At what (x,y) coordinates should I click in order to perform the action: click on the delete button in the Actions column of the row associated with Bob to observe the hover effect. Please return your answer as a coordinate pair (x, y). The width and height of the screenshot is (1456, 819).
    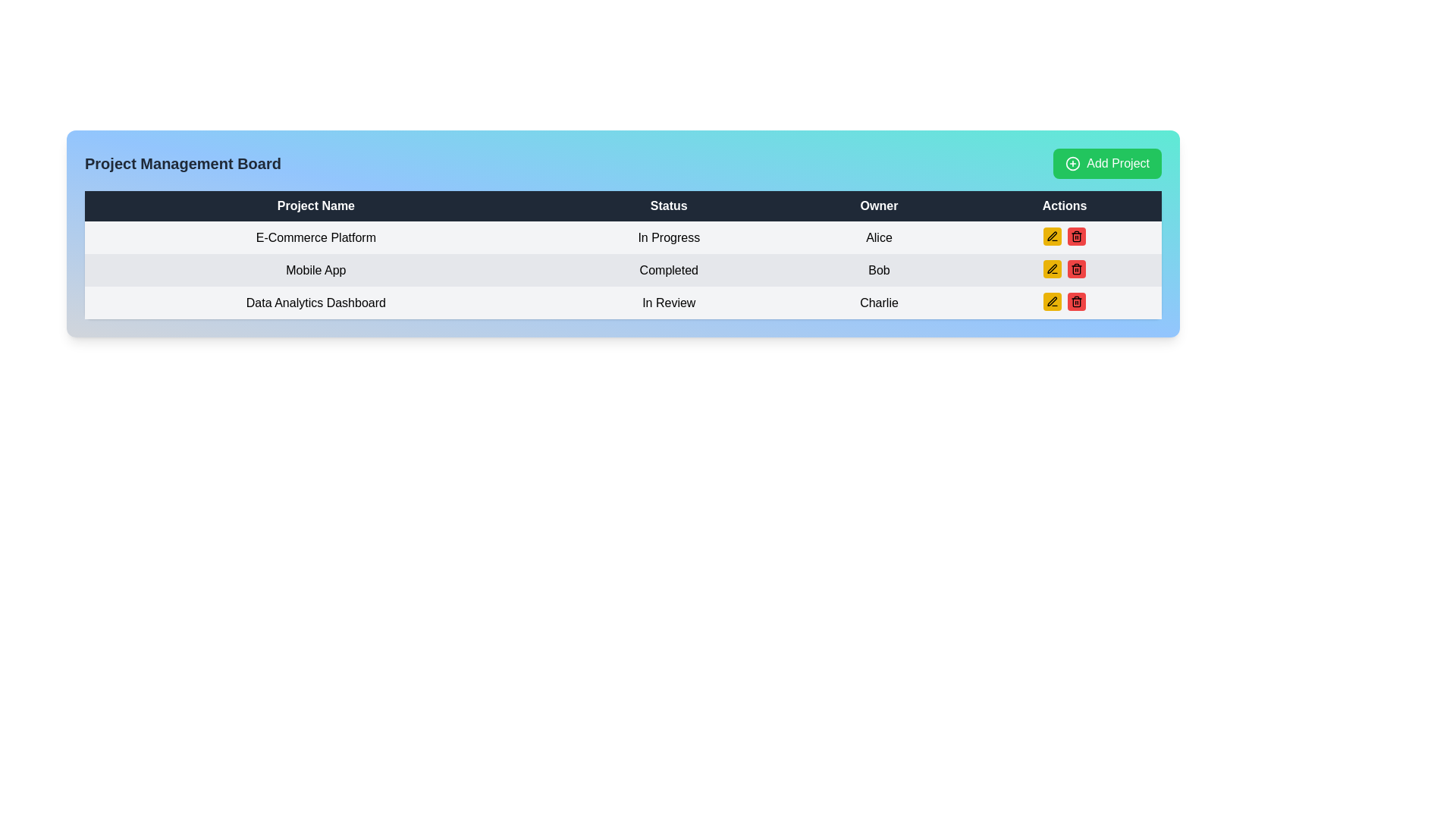
    Looking at the image, I should click on (1076, 237).